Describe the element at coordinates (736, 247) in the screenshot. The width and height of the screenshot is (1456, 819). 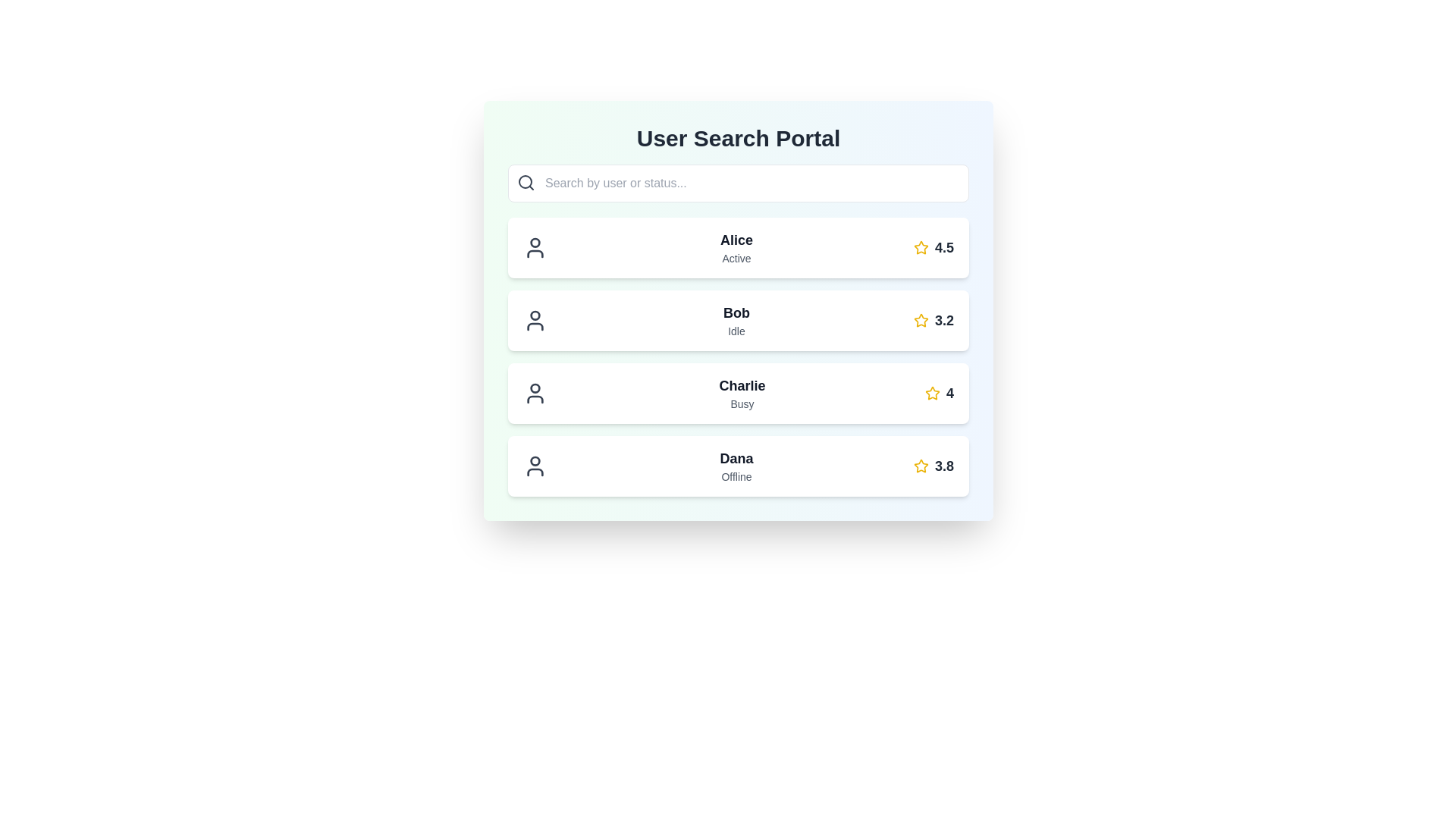
I see `the Text display (name and status) in the user search portal, which is located in the first row of the user list, right after the user icon and before the star rating and score` at that location.